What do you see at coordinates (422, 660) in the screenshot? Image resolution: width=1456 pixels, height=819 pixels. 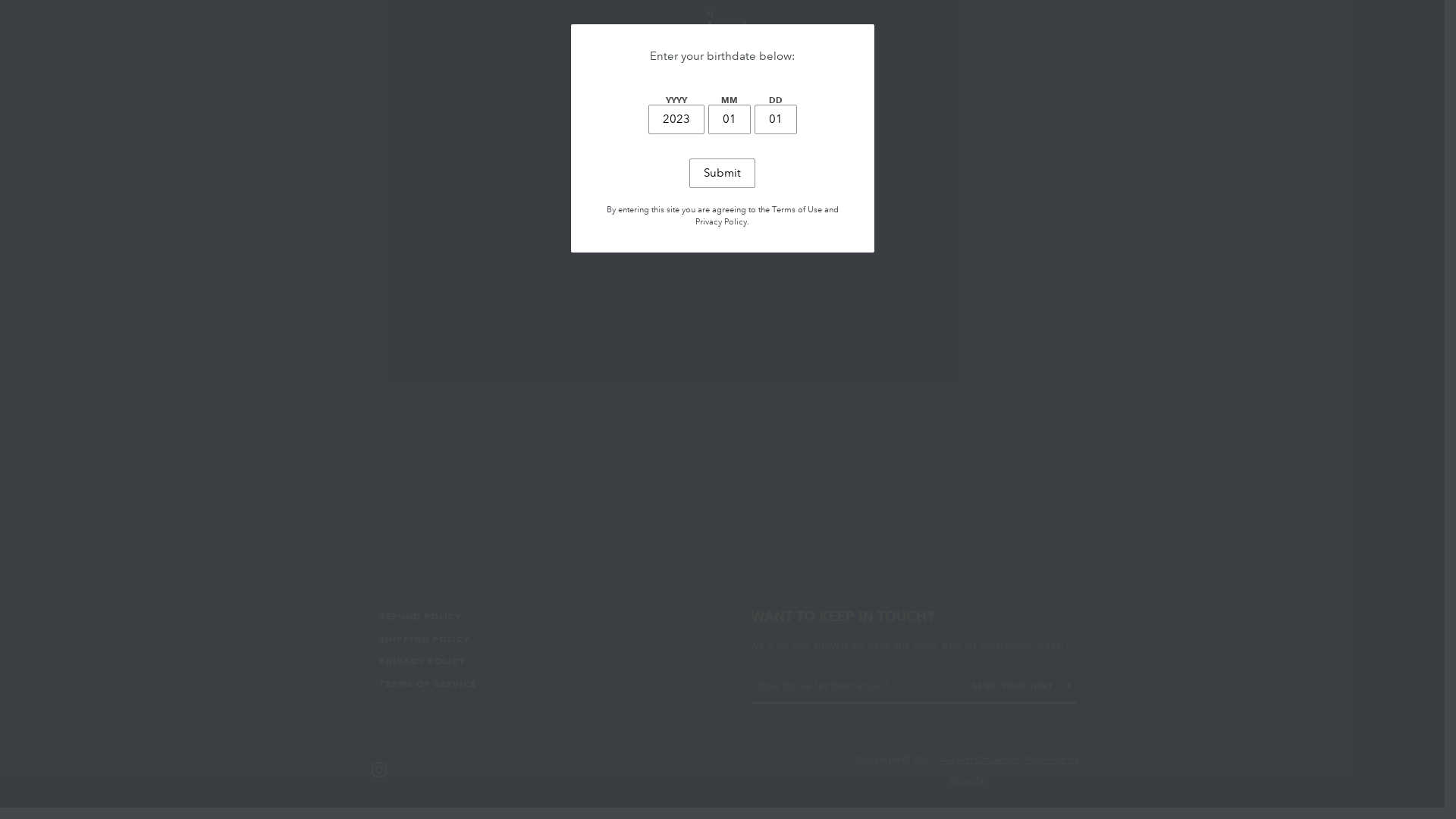 I see `'PRIVACY POLICY'` at bounding box center [422, 660].